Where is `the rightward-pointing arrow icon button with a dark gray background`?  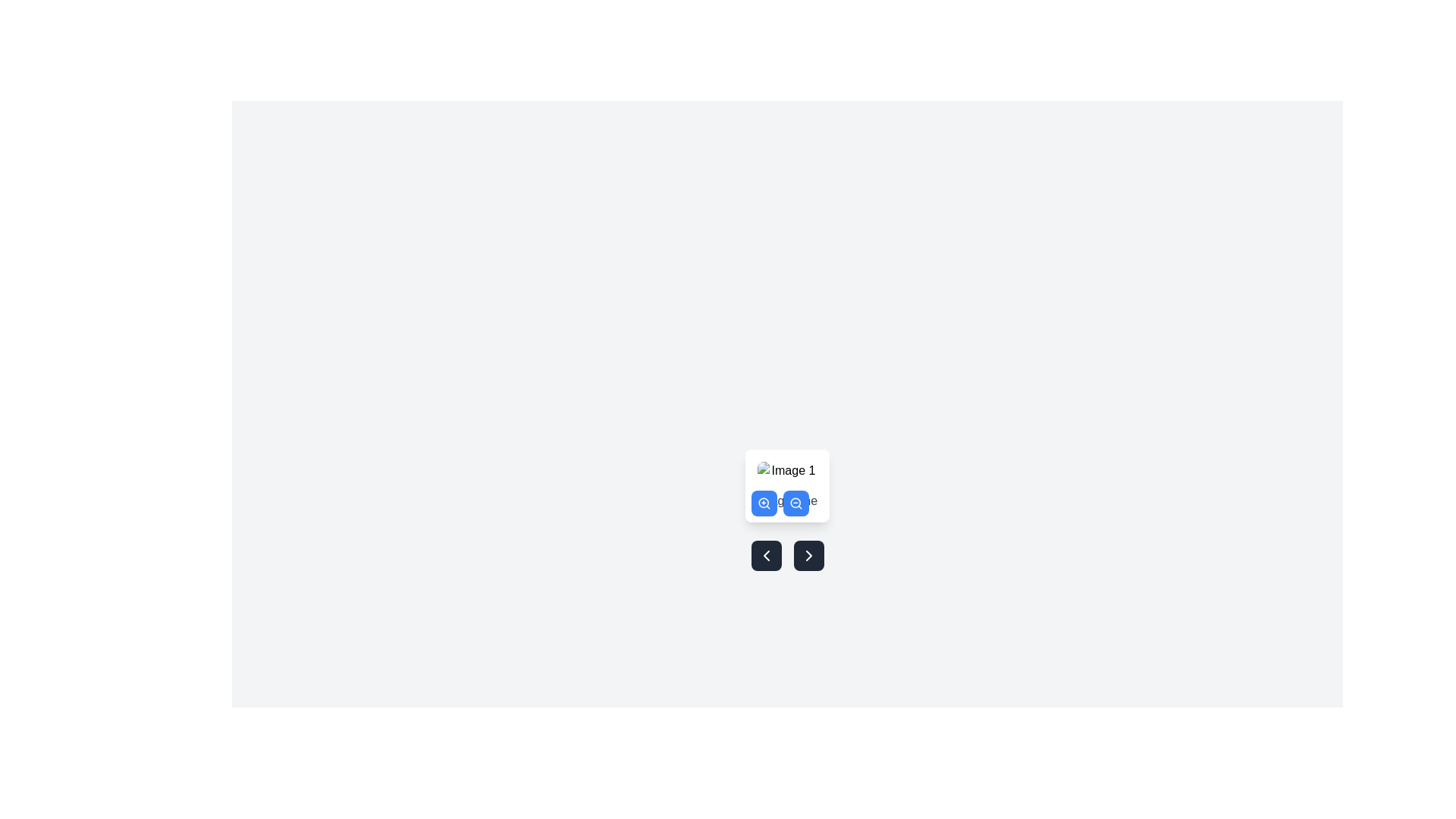 the rightward-pointing arrow icon button with a dark gray background is located at coordinates (808, 555).